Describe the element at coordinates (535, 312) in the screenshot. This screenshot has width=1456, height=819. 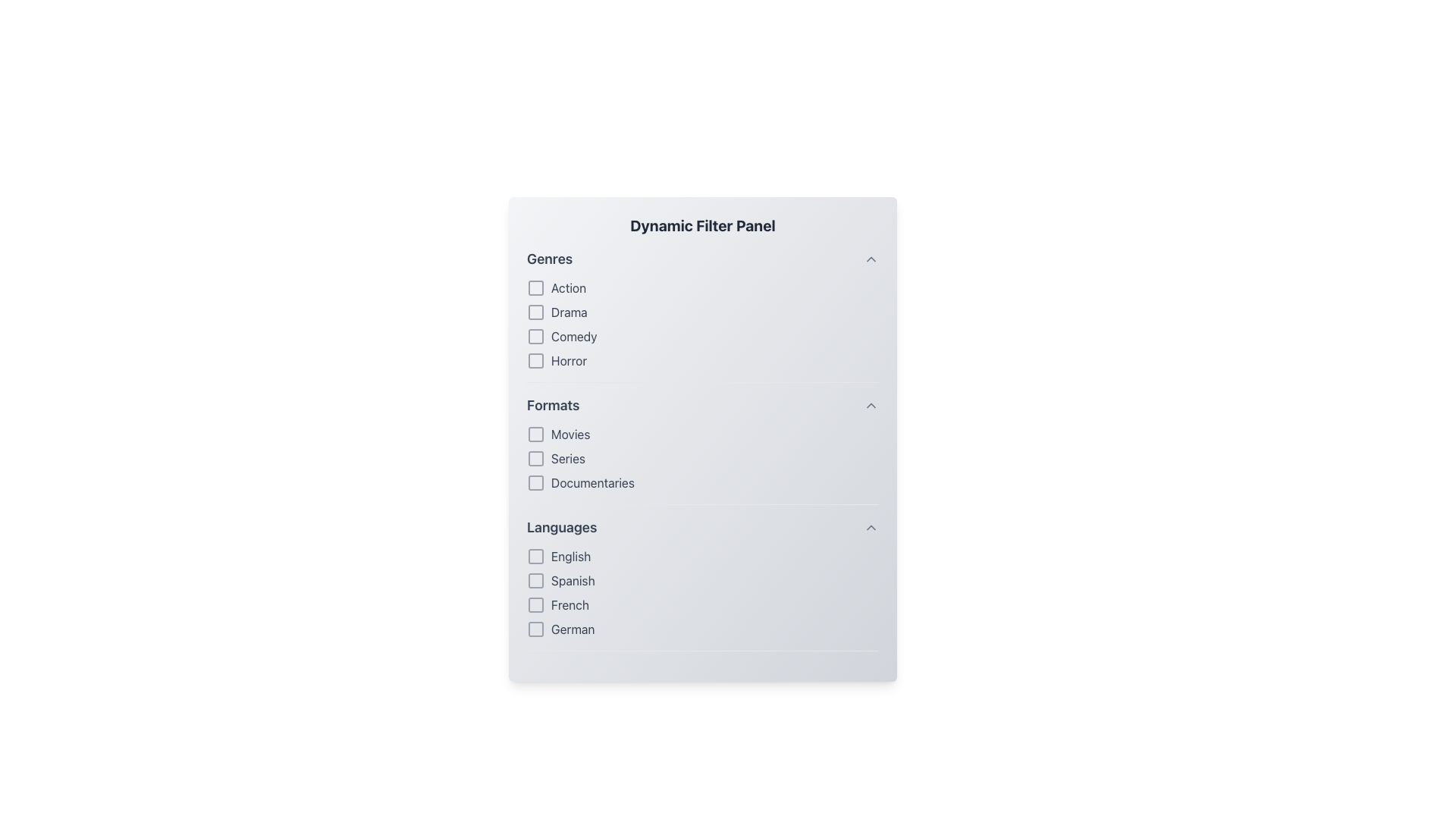
I see `the second checkbox under the 'Genres' section of the 'Dynamic Filter Panel'` at that location.